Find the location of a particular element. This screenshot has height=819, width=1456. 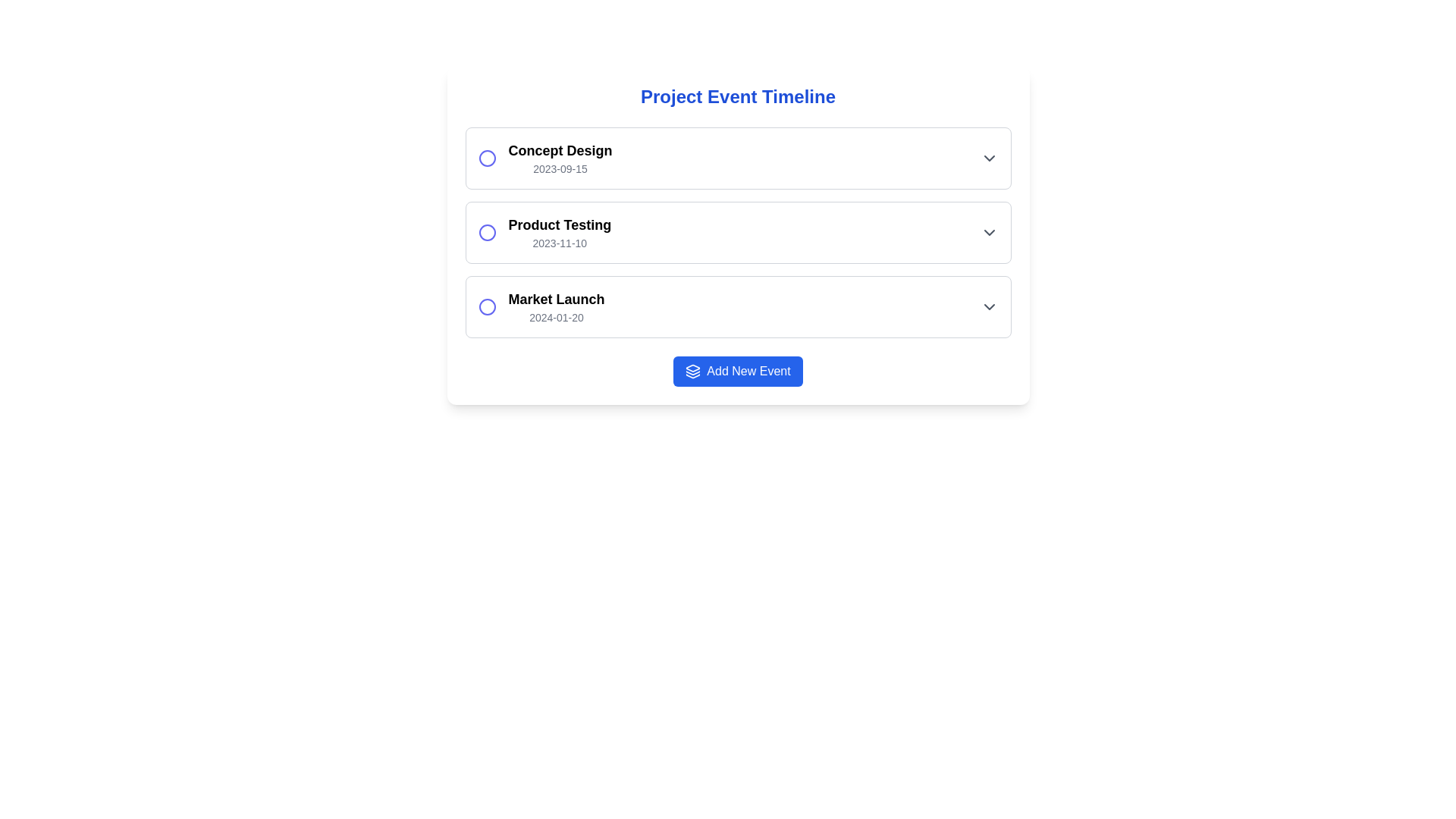

the chevron-down icon located on the far right side of the 'Concept Design' item is located at coordinates (989, 158).